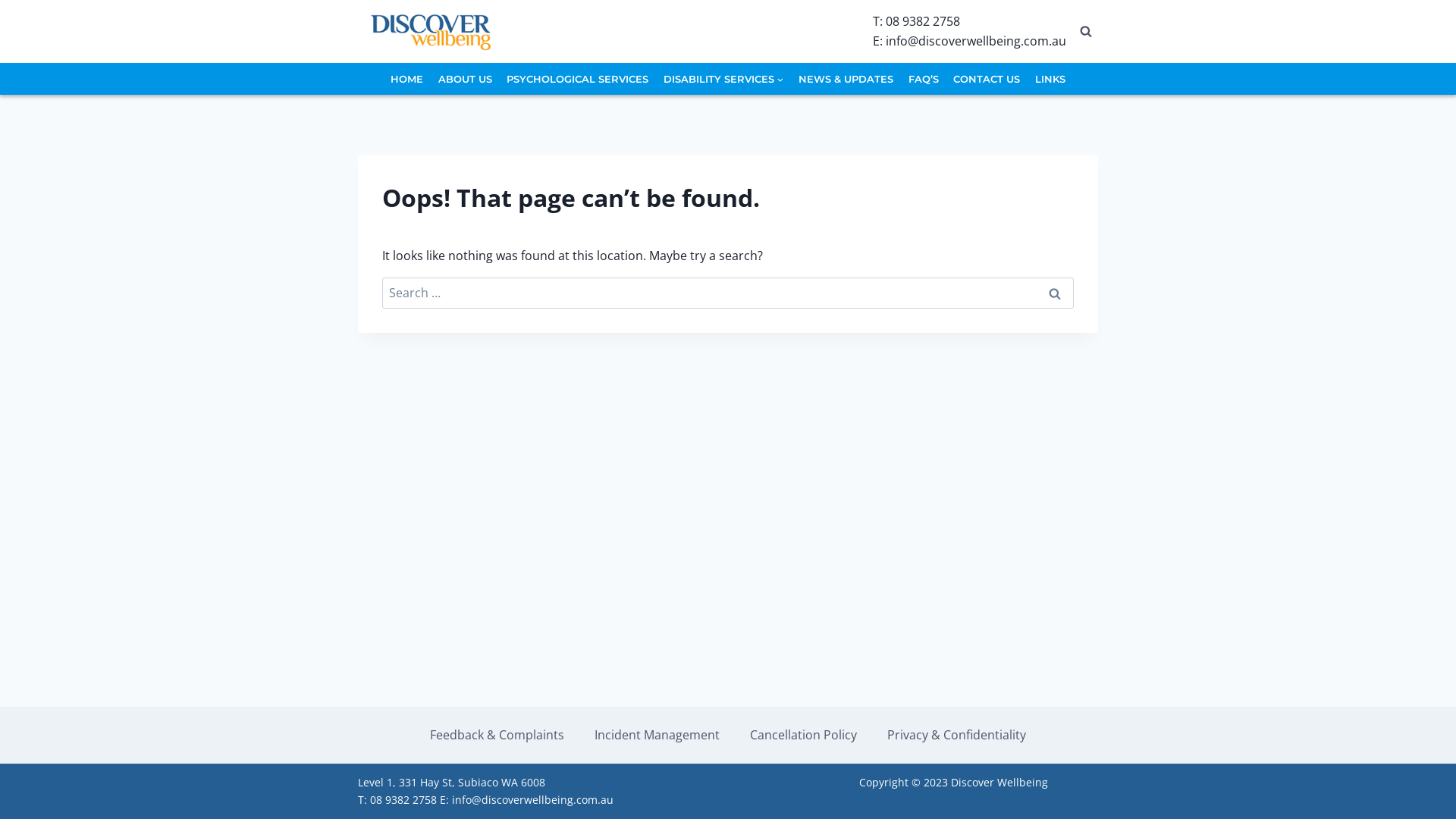 The height and width of the screenshot is (819, 1456). What do you see at coordinates (497, 734) in the screenshot?
I see `'Feedback & Complaints'` at bounding box center [497, 734].